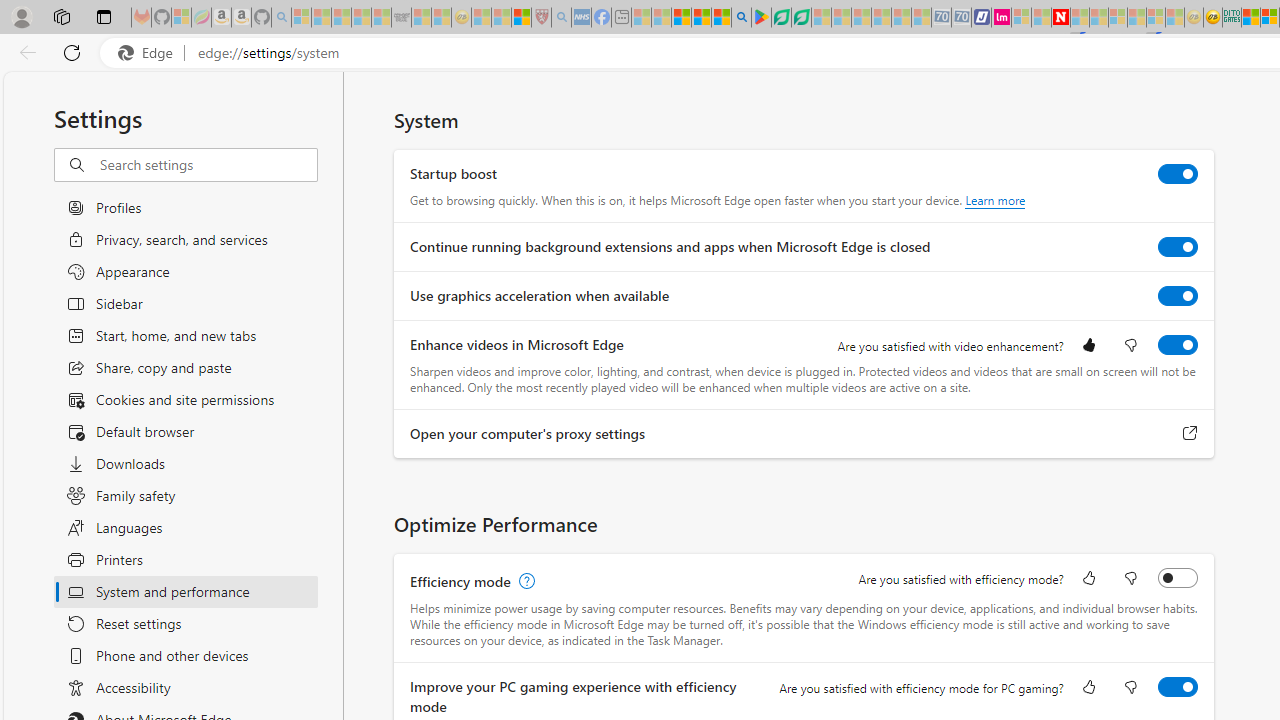 This screenshot has width=1280, height=720. Describe the element at coordinates (1178, 295) in the screenshot. I see `'Use graphics acceleration when available'` at that location.